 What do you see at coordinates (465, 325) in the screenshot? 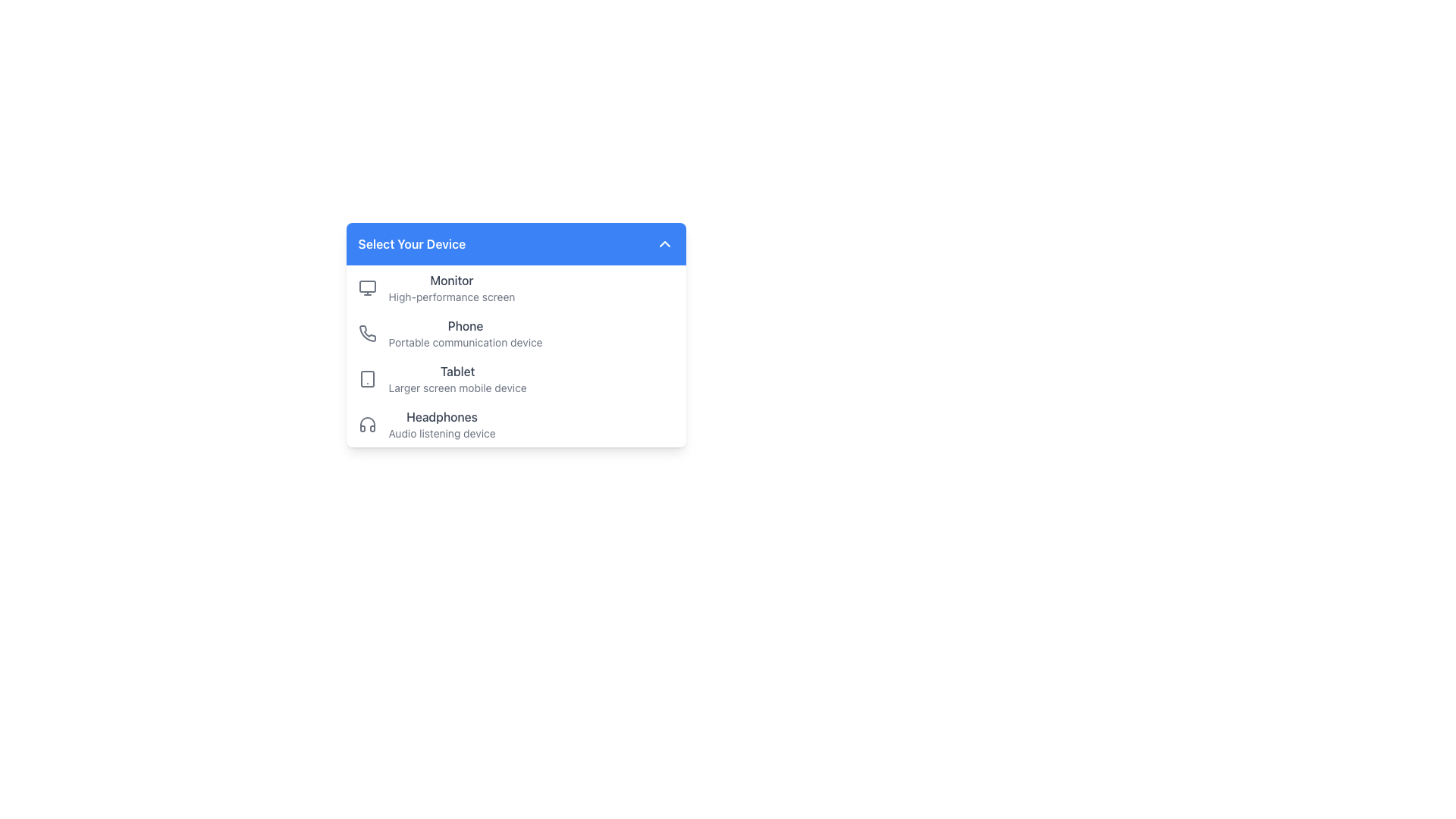
I see `the 'Phone' text label, which is styled in gray and positioned above the description 'Portable communication device' within the 'Select Your Device' section` at bounding box center [465, 325].